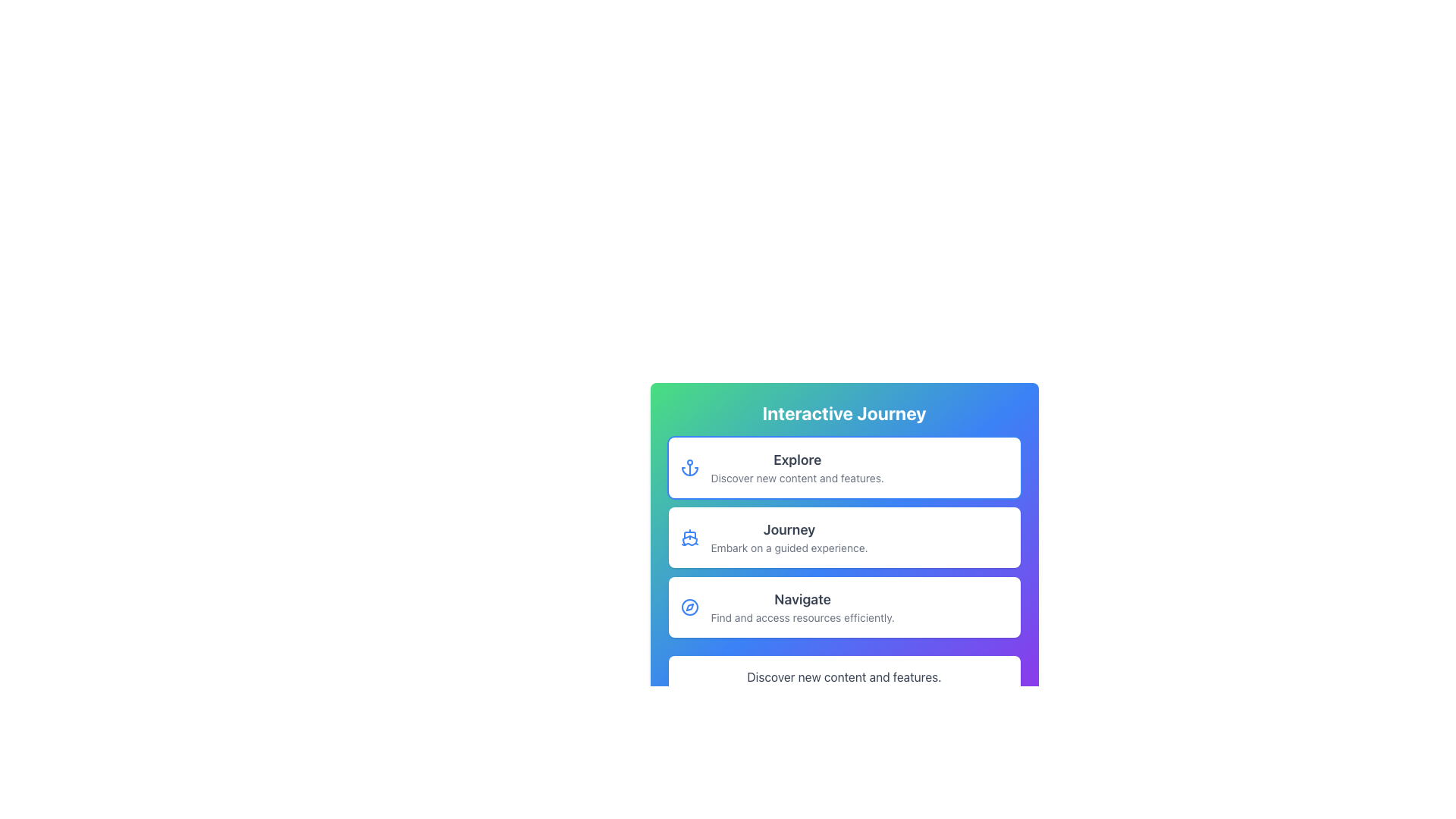 The width and height of the screenshot is (1456, 819). Describe the element at coordinates (843, 413) in the screenshot. I see `the context of the surrounding interface` at that location.